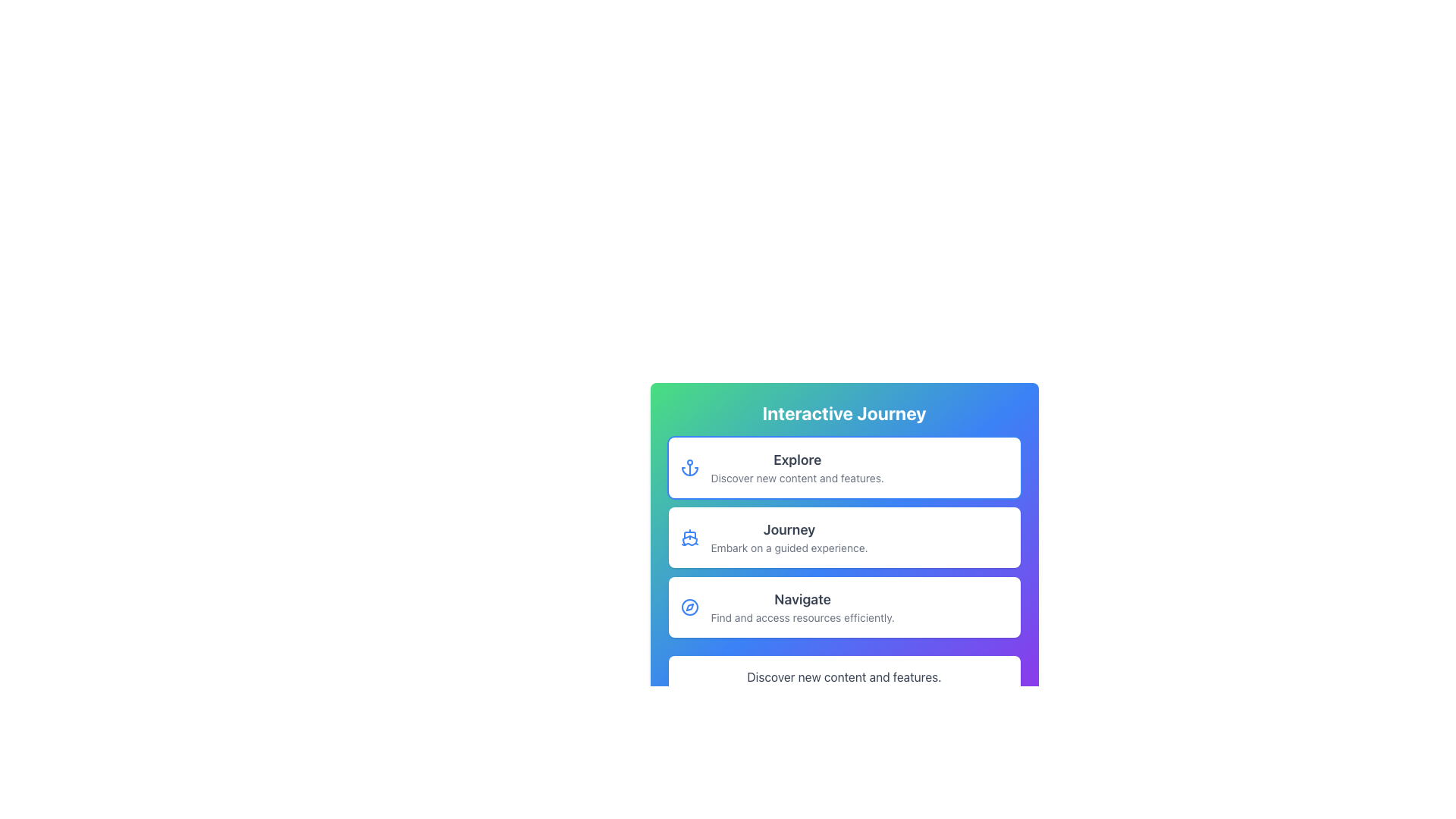 The width and height of the screenshot is (1456, 819). Describe the element at coordinates (843, 413) in the screenshot. I see `the context of the surrounding interface` at that location.